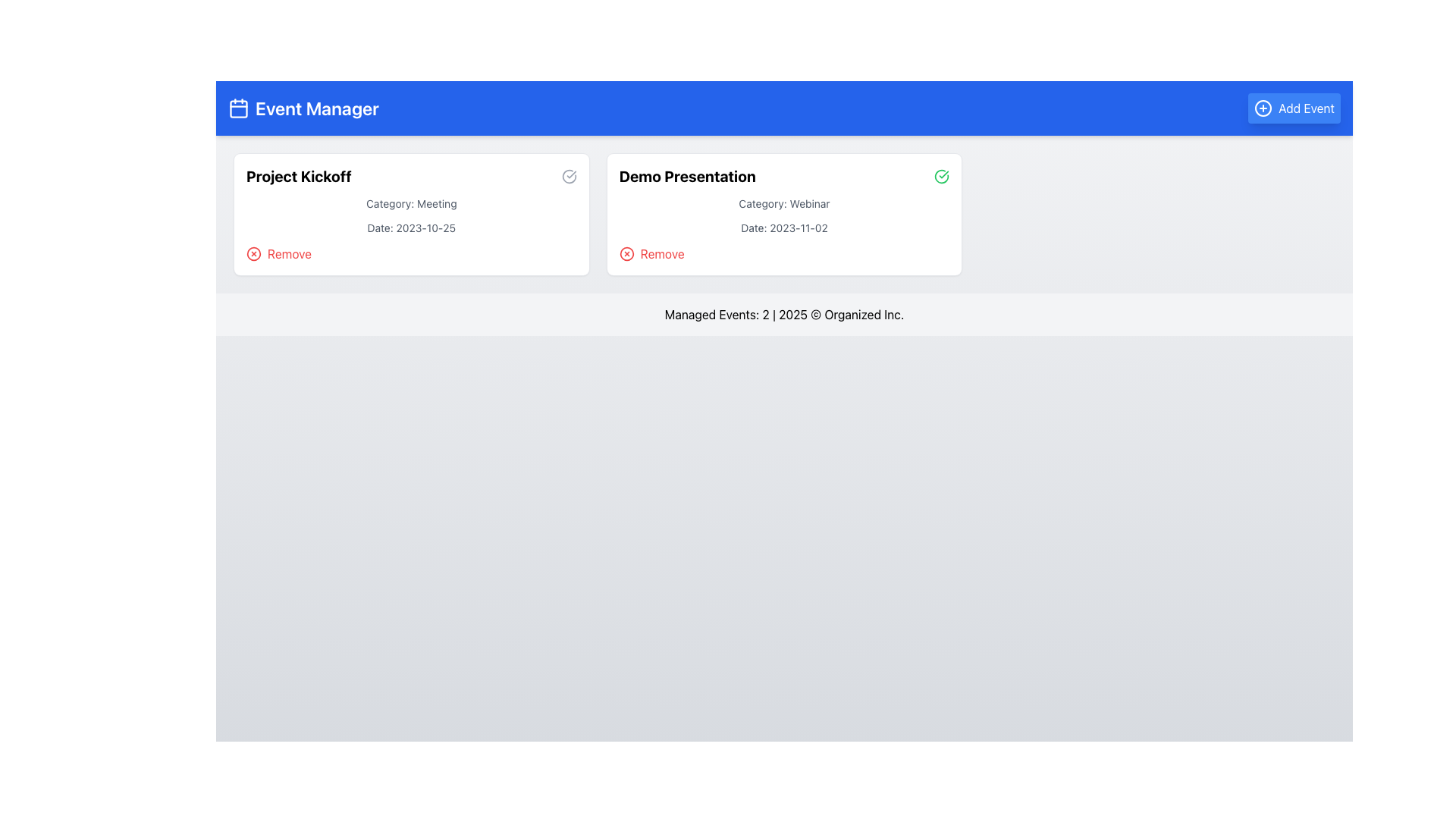 The height and width of the screenshot is (819, 1456). What do you see at coordinates (651, 253) in the screenshot?
I see `the red 'Remove' button, which features a circular 'X' icon and the text 'Remove', located within the 'Demo Presentation' card` at bounding box center [651, 253].